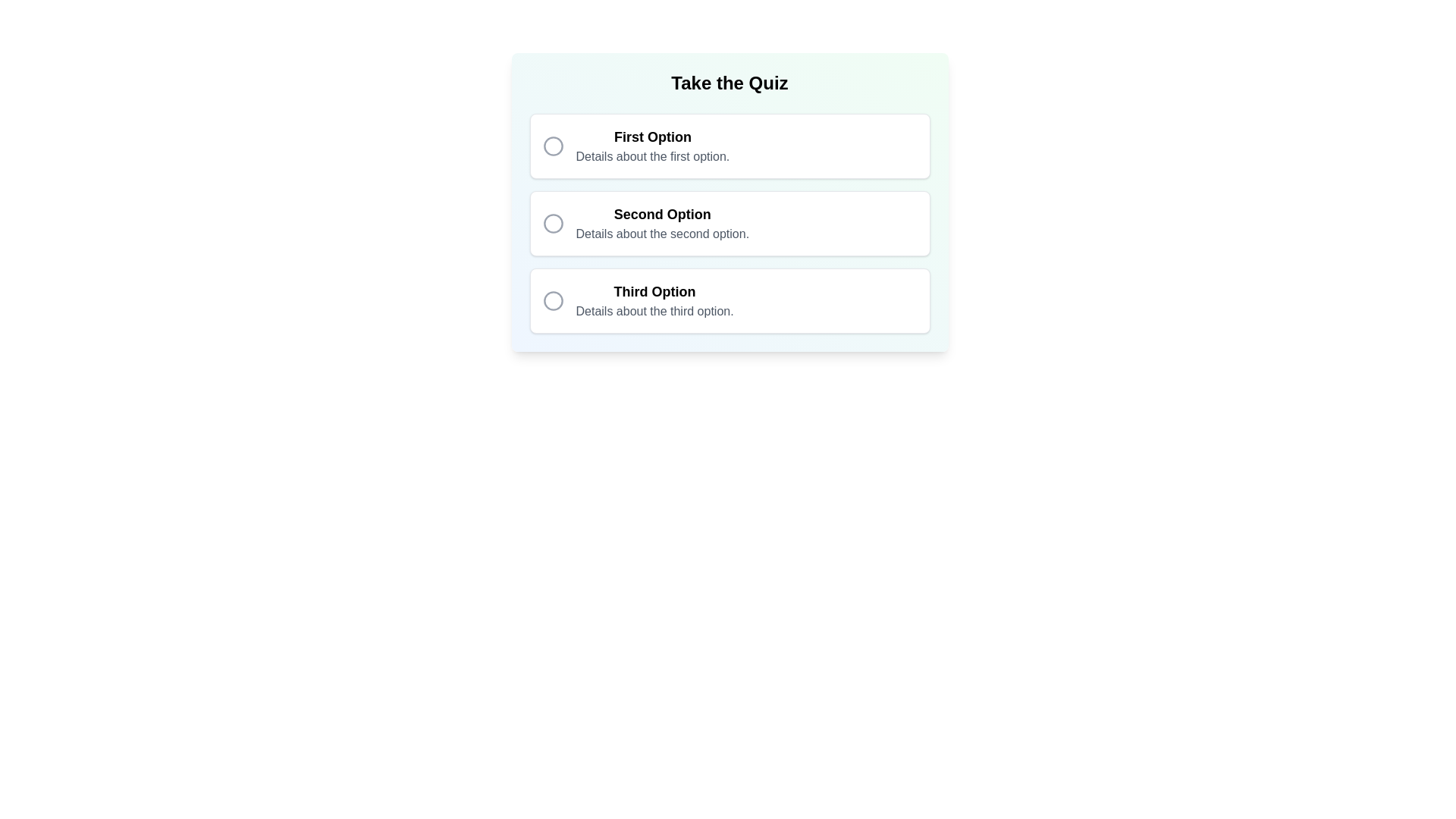  What do you see at coordinates (662, 223) in the screenshot?
I see `the Text block that displays the title and description of the second selectable option in a quiz interface to trigger the tooltip` at bounding box center [662, 223].